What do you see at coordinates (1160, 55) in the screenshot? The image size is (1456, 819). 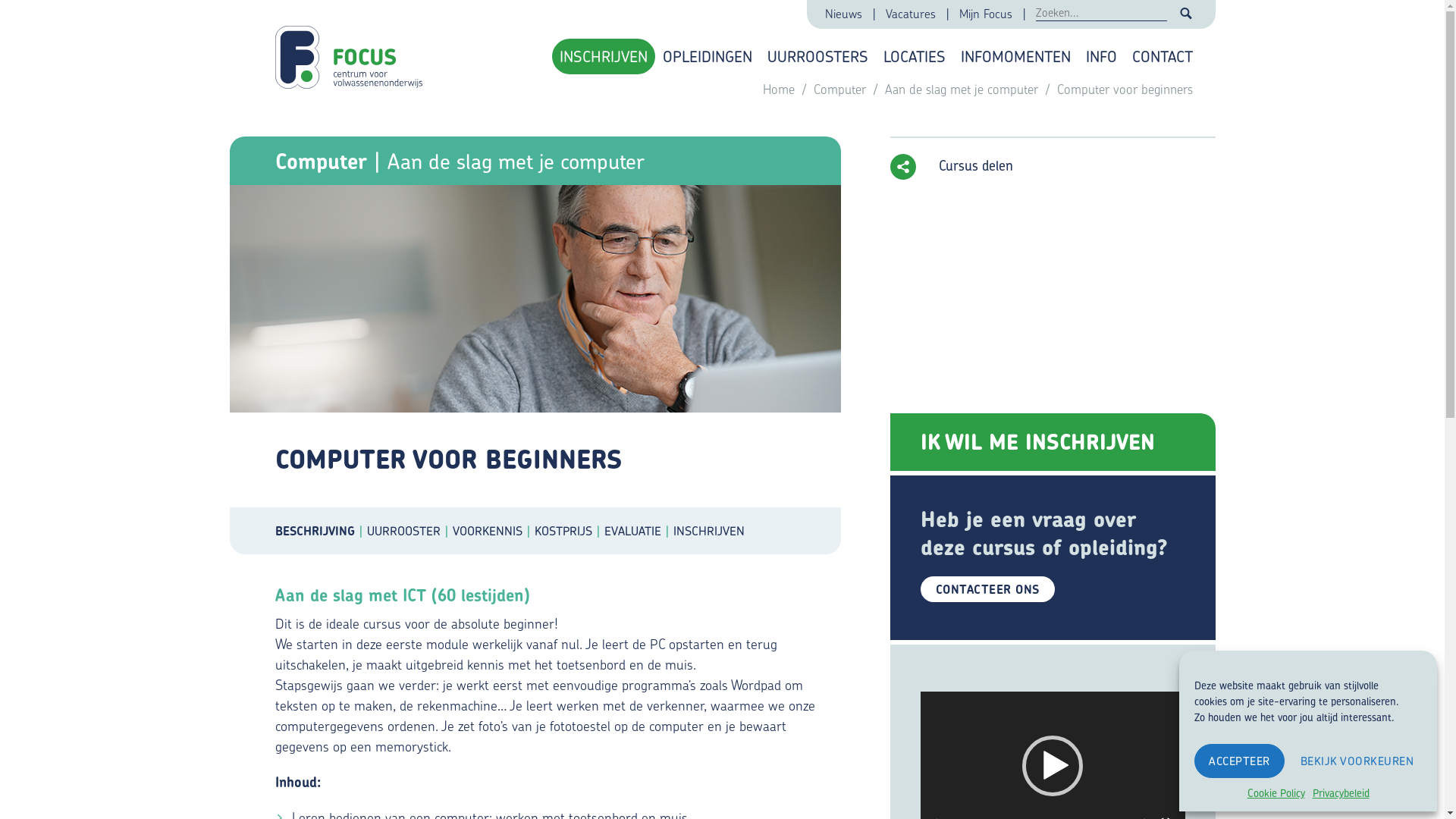 I see `'CONTACT'` at bounding box center [1160, 55].